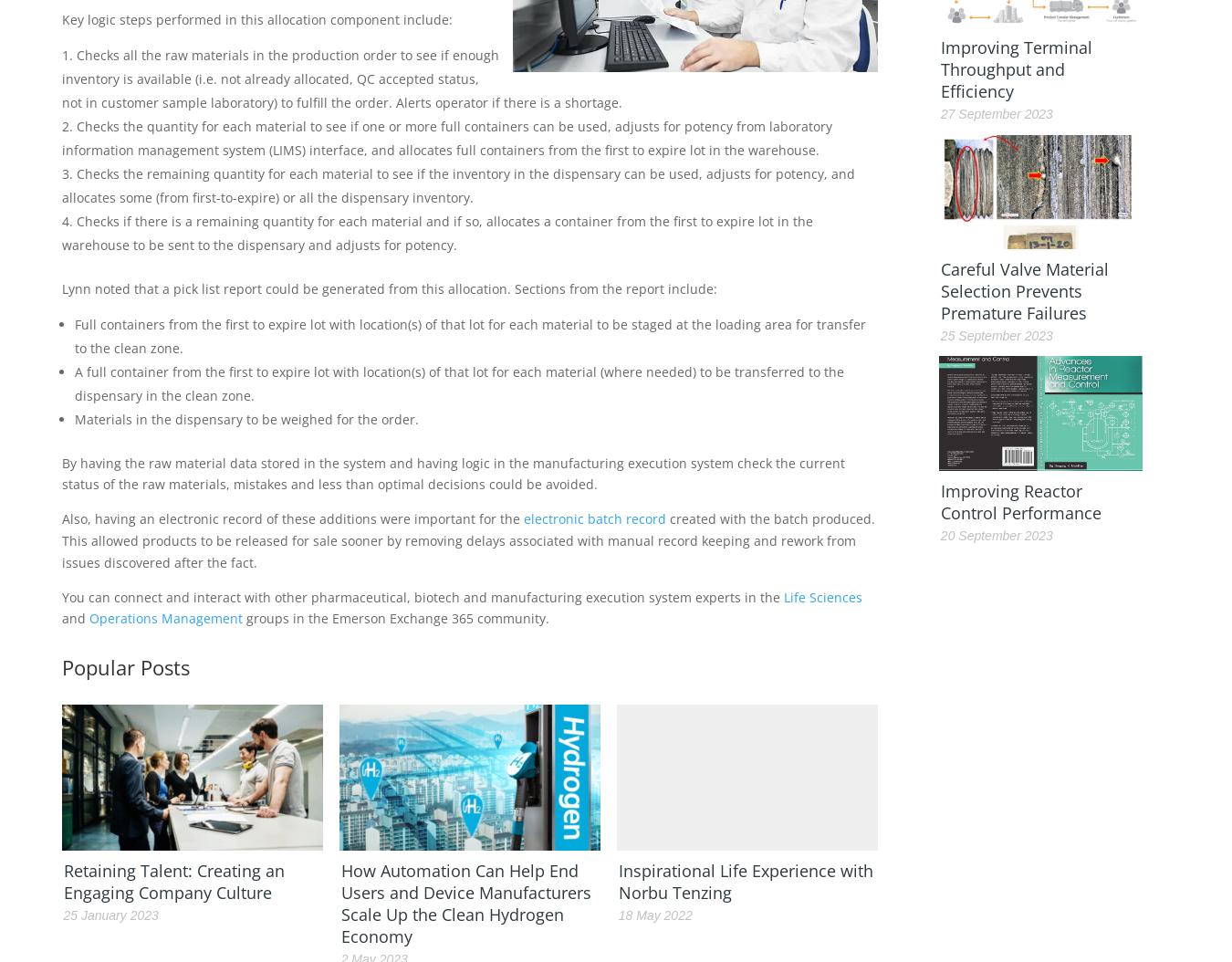 The width and height of the screenshot is (1232, 962). I want to click on 'Inspirational Life Experience with Norbu Tenzing', so click(745, 881).